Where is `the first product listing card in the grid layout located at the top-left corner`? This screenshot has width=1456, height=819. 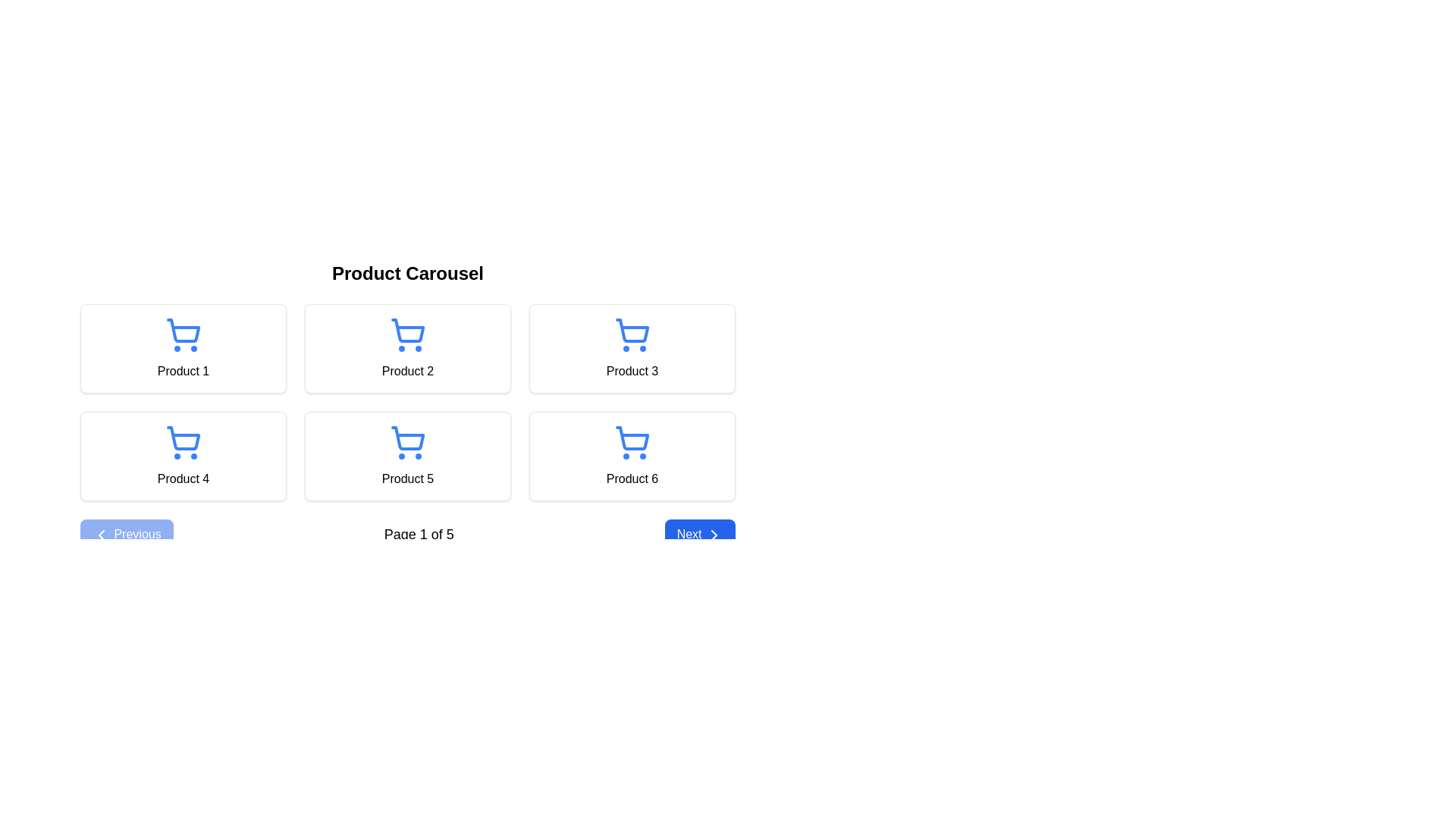
the first product listing card in the grid layout located at the top-left corner is located at coordinates (182, 348).